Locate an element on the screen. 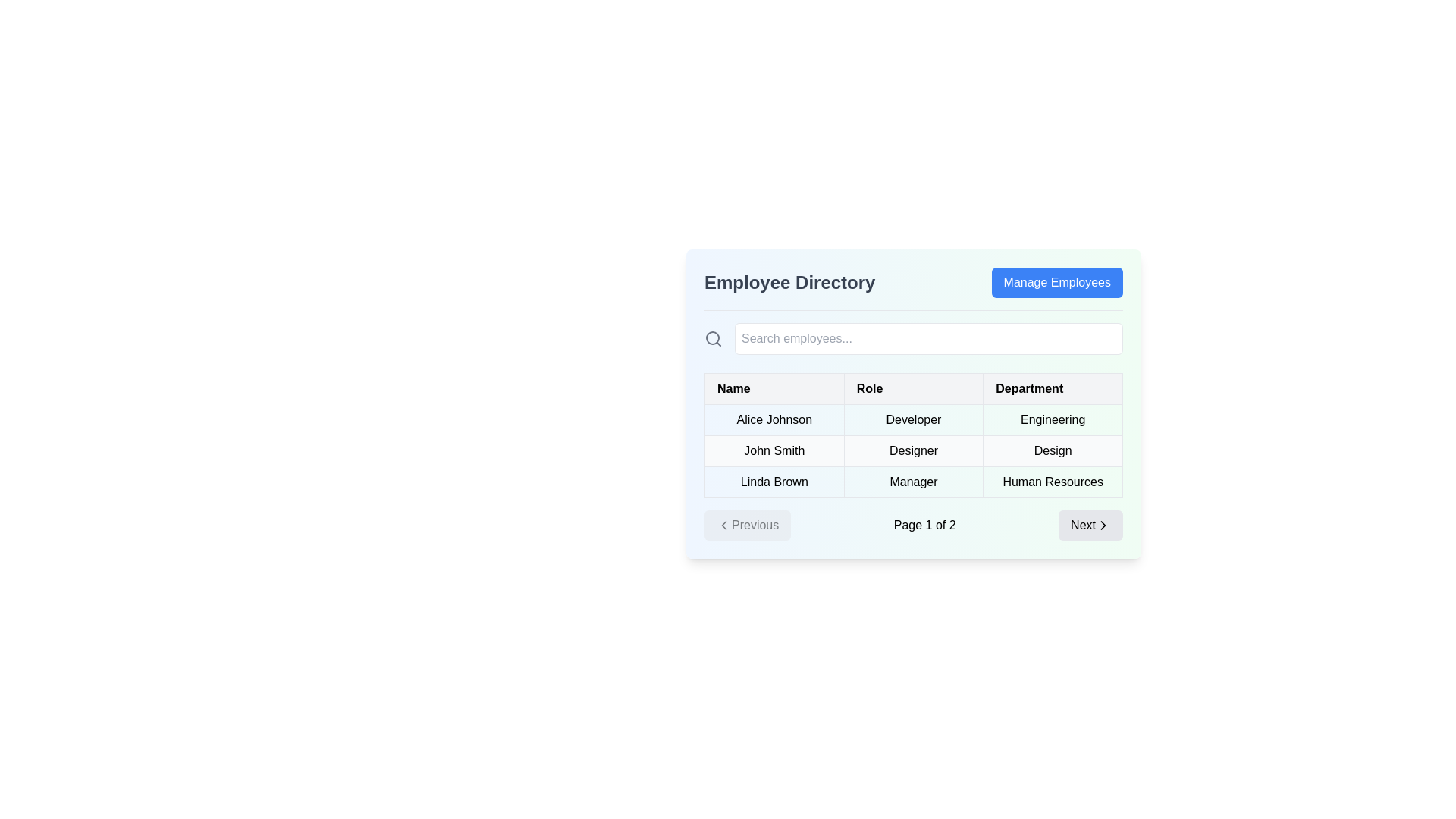  the chevron icon within the 'Previous' button located at the bottom-left of the interface is located at coordinates (723, 525).